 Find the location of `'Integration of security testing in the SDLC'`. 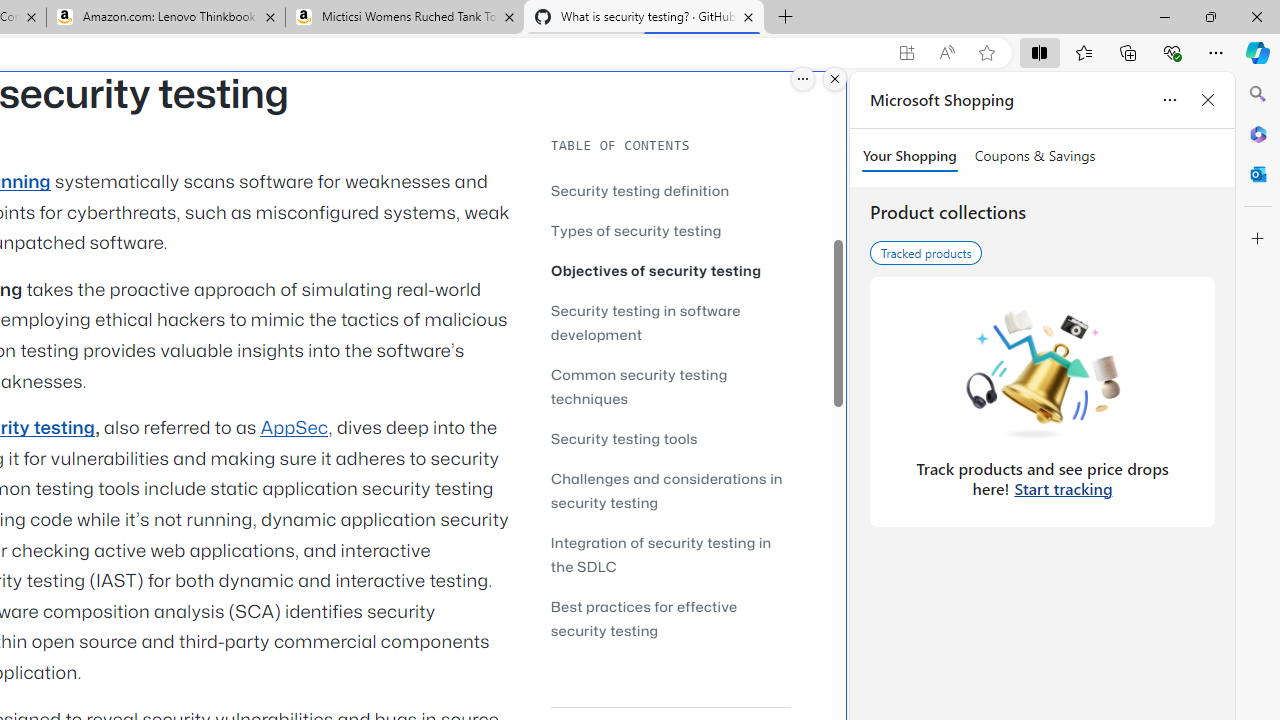

'Integration of security testing in the SDLC' is located at coordinates (661, 554).